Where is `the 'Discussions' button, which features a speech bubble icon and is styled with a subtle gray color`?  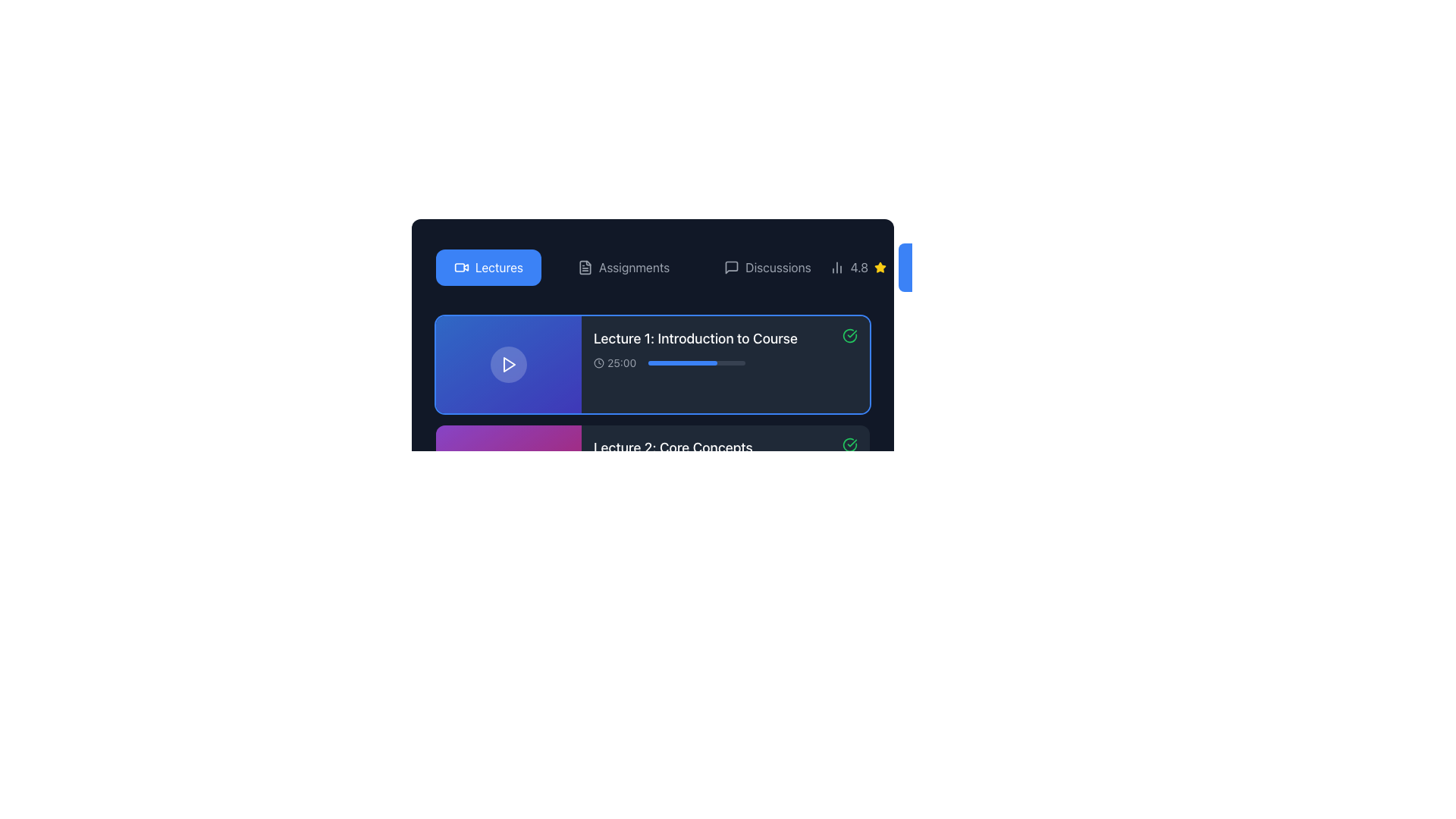
the 'Discussions' button, which features a speech bubble icon and is styled with a subtle gray color is located at coordinates (767, 267).